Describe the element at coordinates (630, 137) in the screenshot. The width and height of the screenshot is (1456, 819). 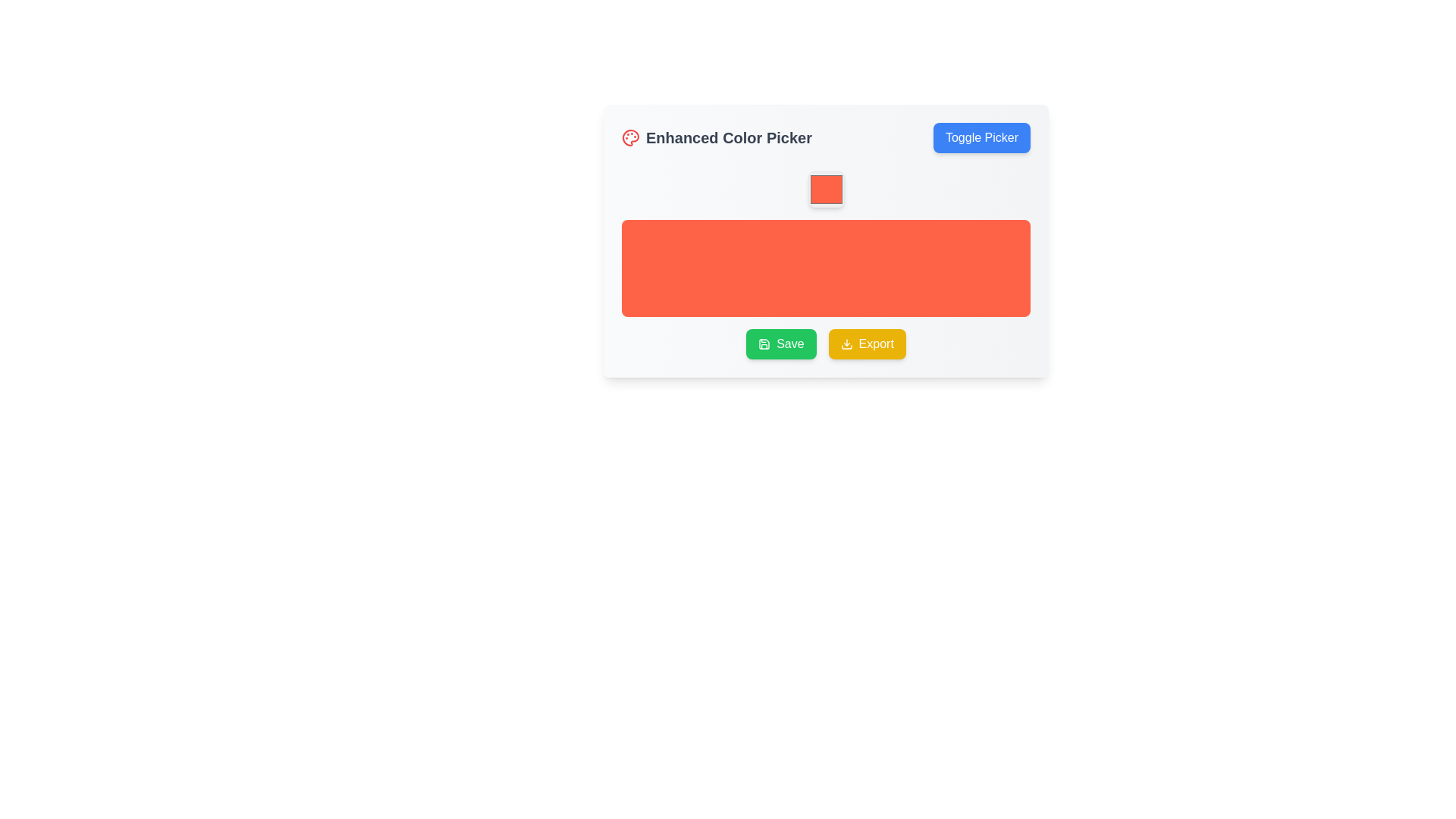
I see `the clickable red palette icon located at the top left corner of the interface, next to the 'Enhanced Color Picker' label` at that location.